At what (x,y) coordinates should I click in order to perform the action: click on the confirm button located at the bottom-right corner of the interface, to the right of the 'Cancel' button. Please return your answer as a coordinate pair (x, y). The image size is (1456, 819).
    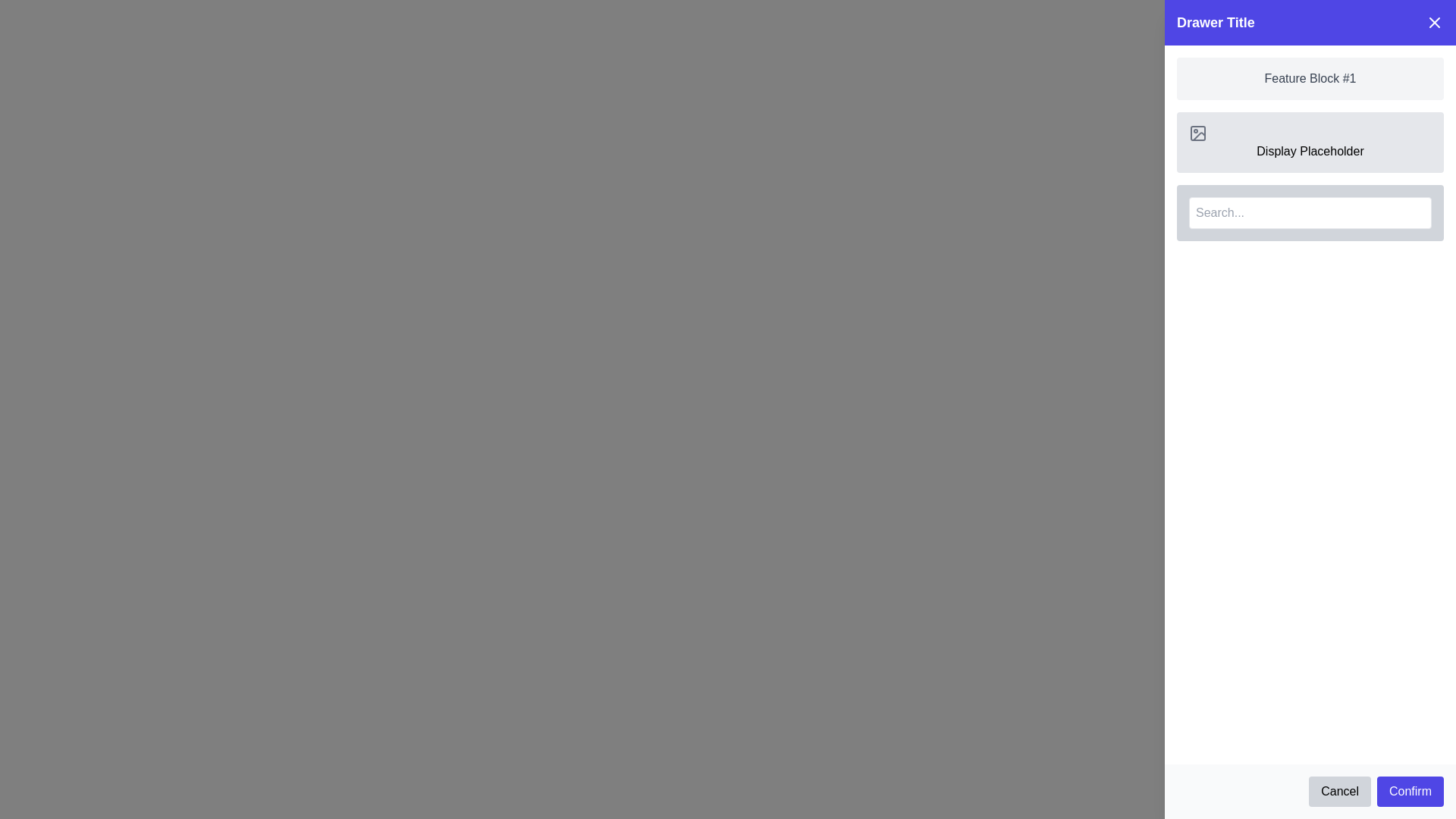
    Looking at the image, I should click on (1408, 791).